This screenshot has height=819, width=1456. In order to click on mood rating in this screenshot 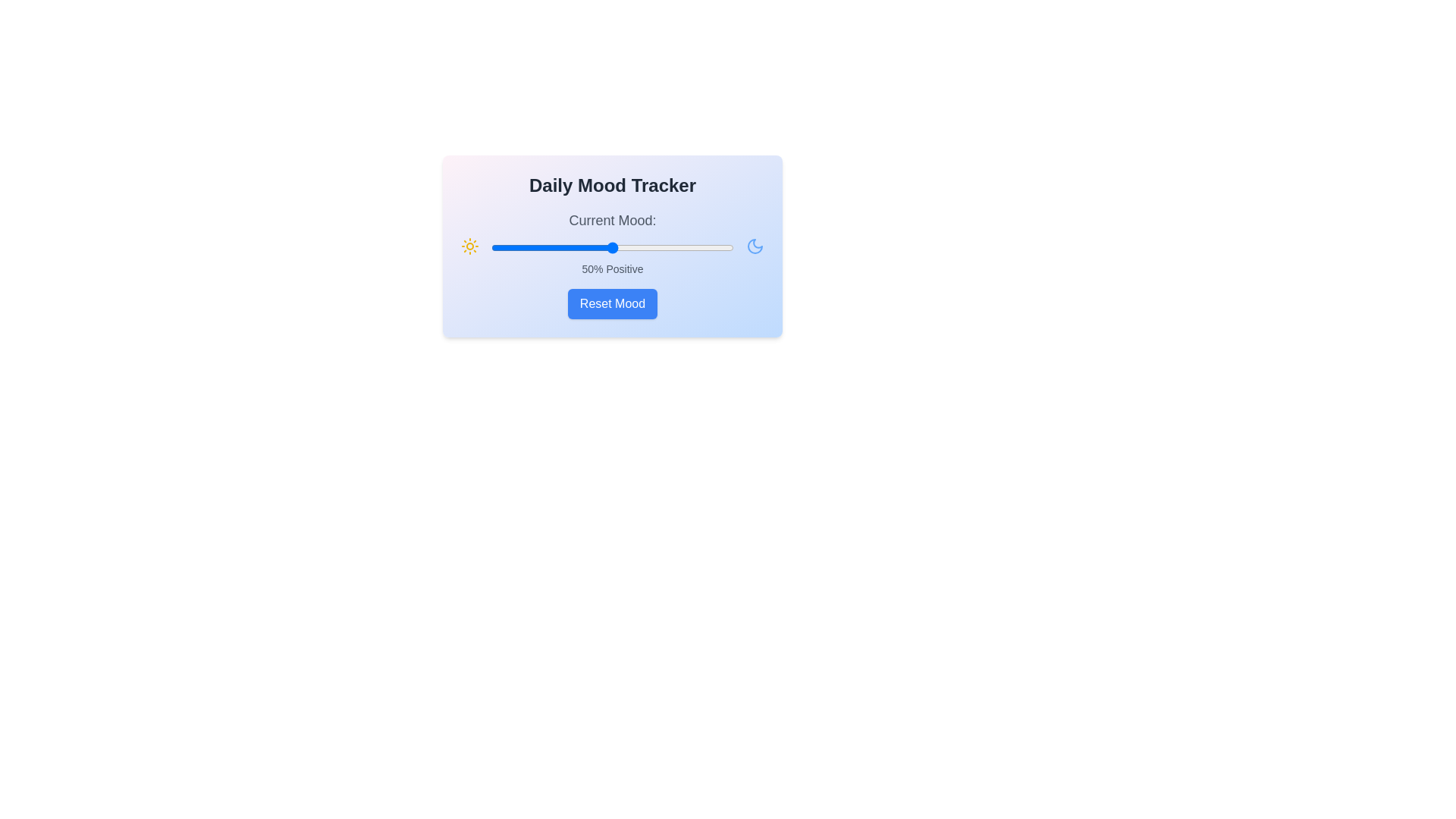, I will do `click(546, 247)`.